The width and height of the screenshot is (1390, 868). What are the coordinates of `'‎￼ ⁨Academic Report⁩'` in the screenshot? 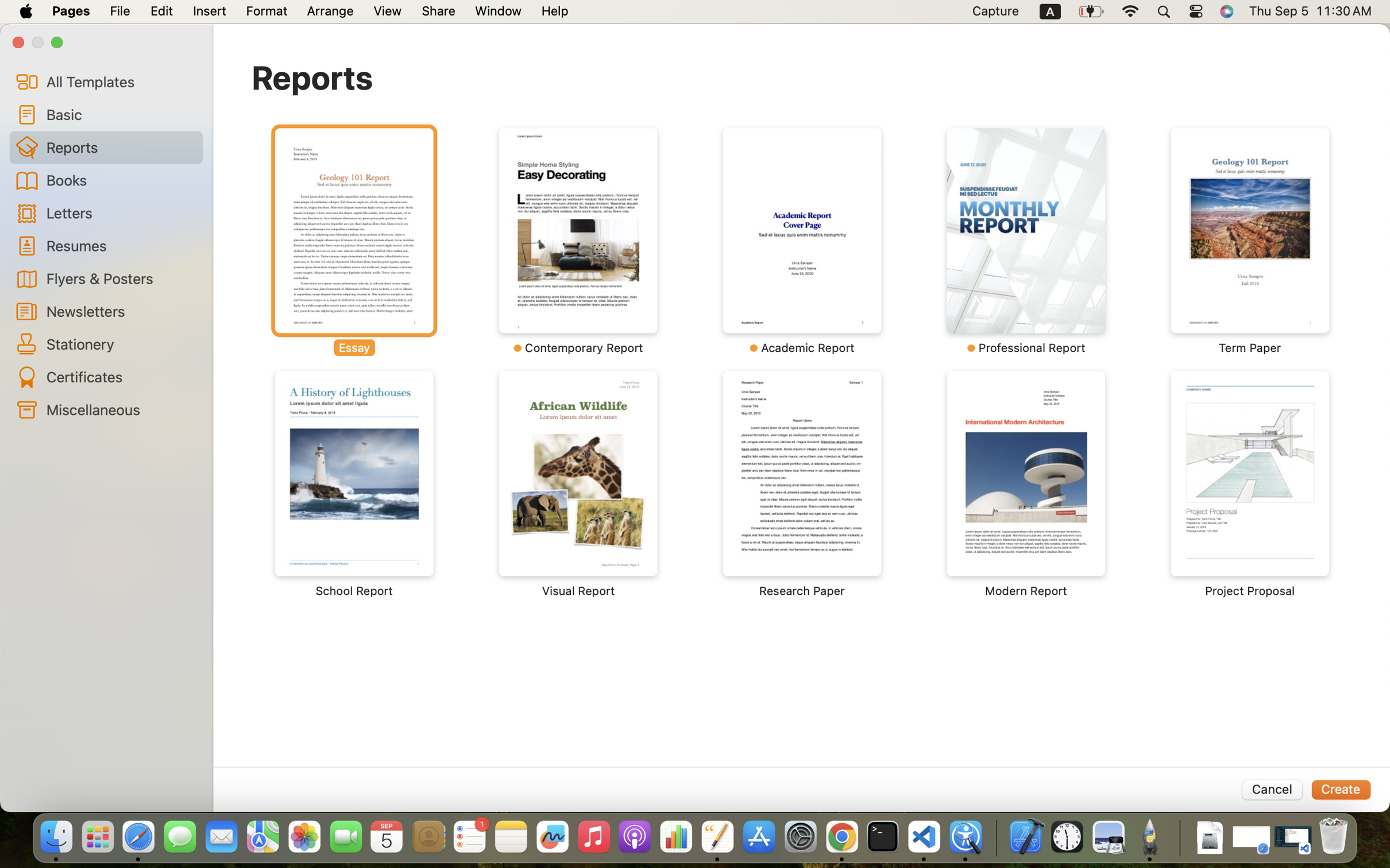 It's located at (802, 241).